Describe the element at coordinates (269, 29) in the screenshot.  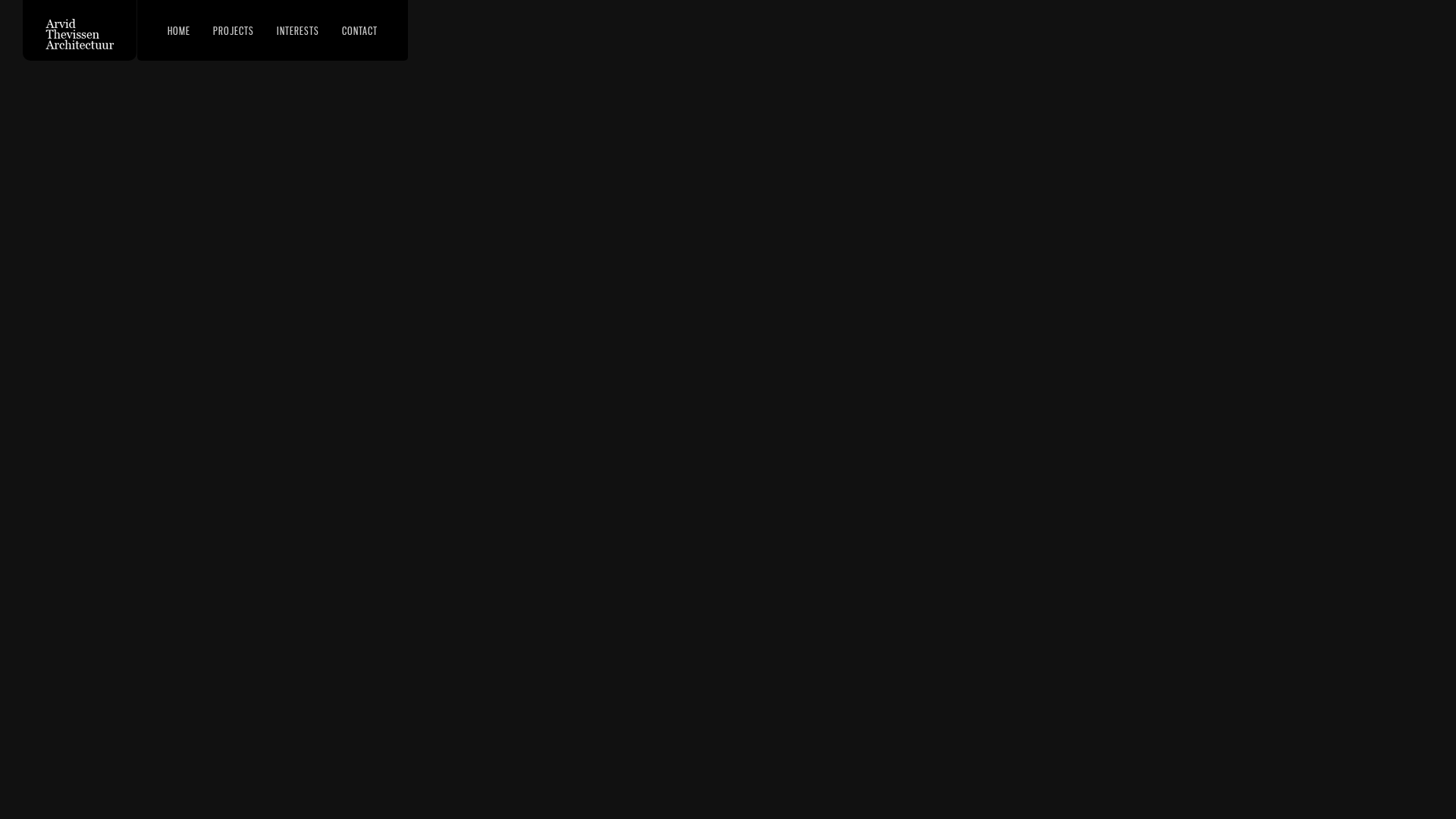
I see `'INTERESTS'` at that location.